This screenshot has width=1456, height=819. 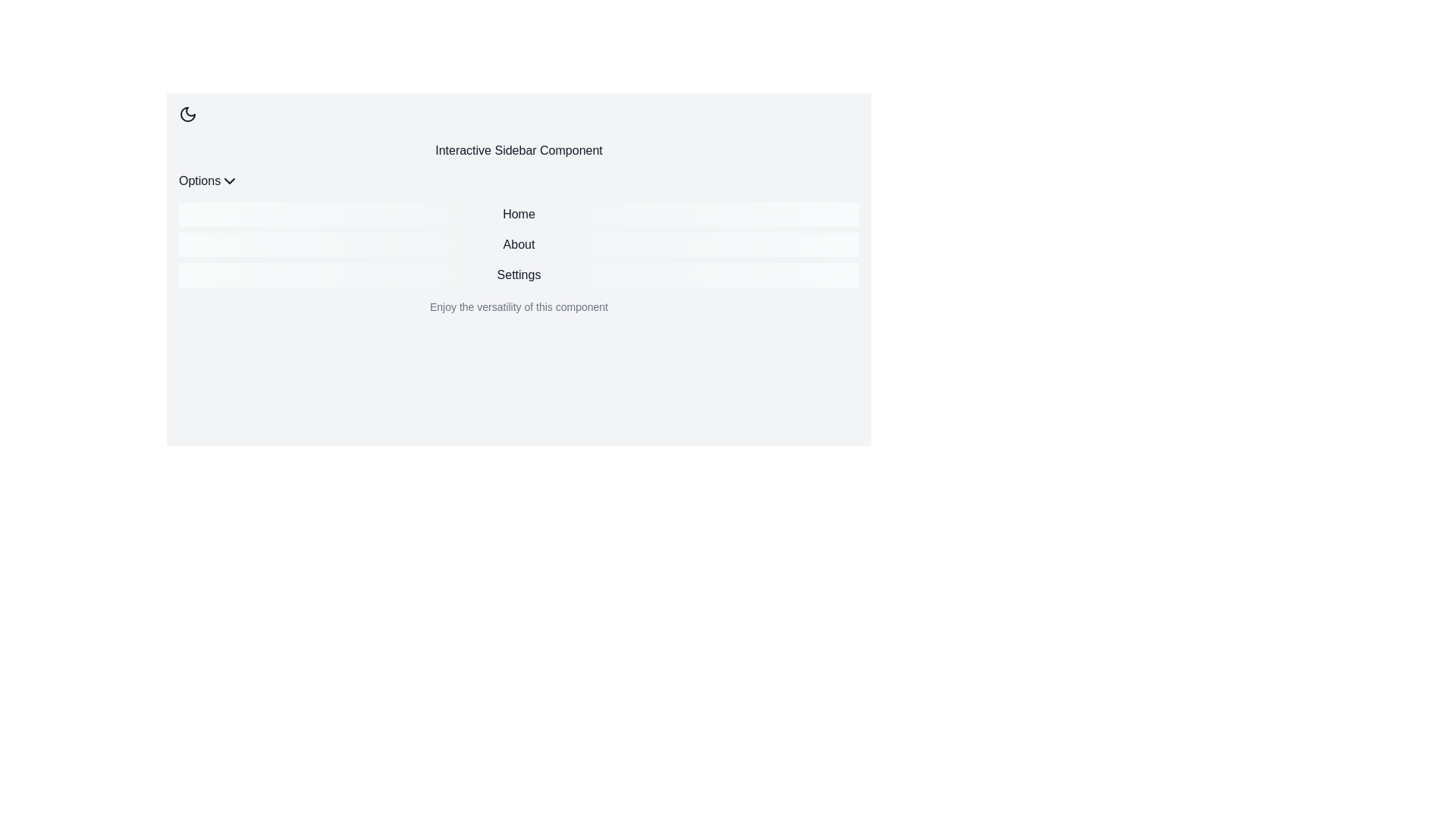 I want to click on the 'Home' text label, so click(x=519, y=214).